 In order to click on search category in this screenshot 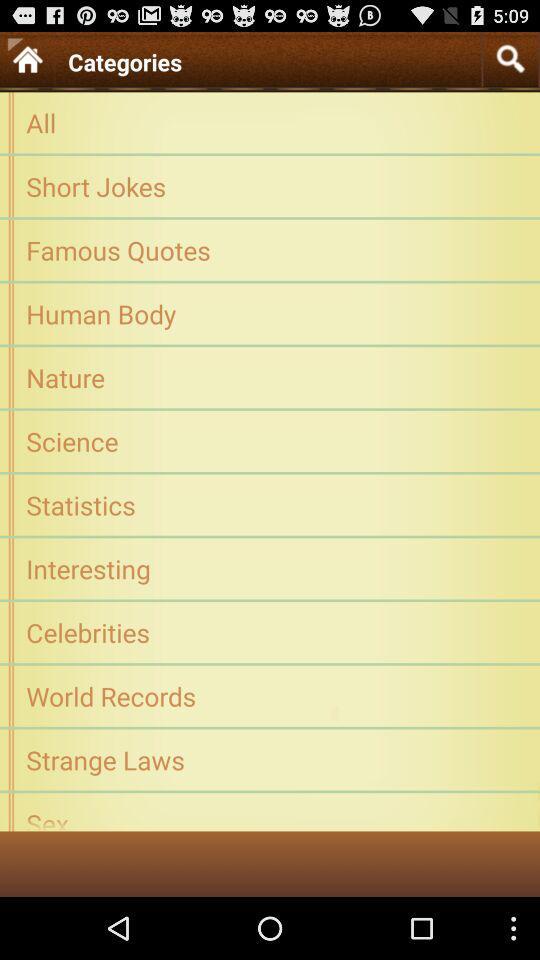, I will do `click(510, 58)`.